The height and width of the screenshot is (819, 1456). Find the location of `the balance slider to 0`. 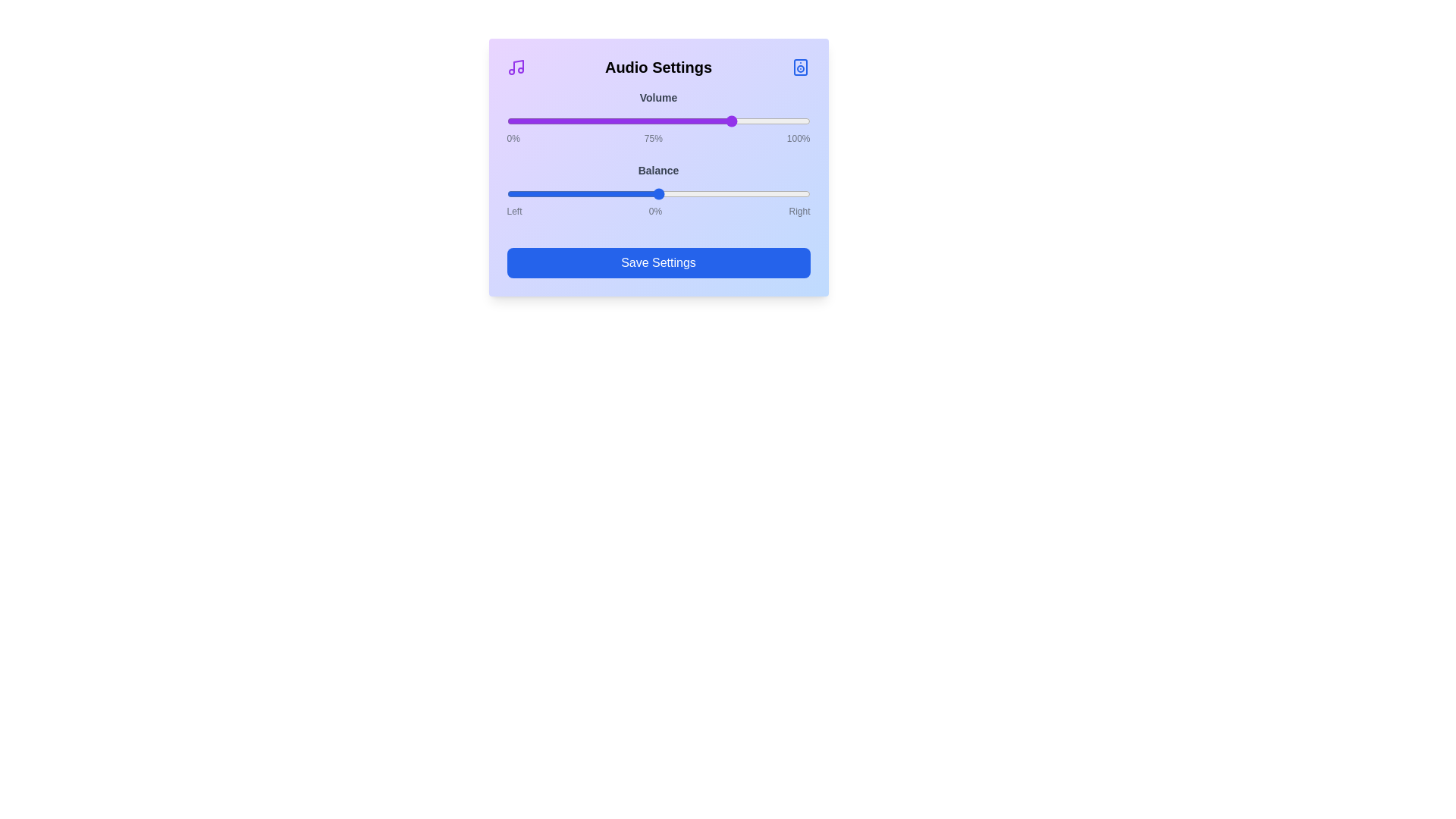

the balance slider to 0 is located at coordinates (658, 193).